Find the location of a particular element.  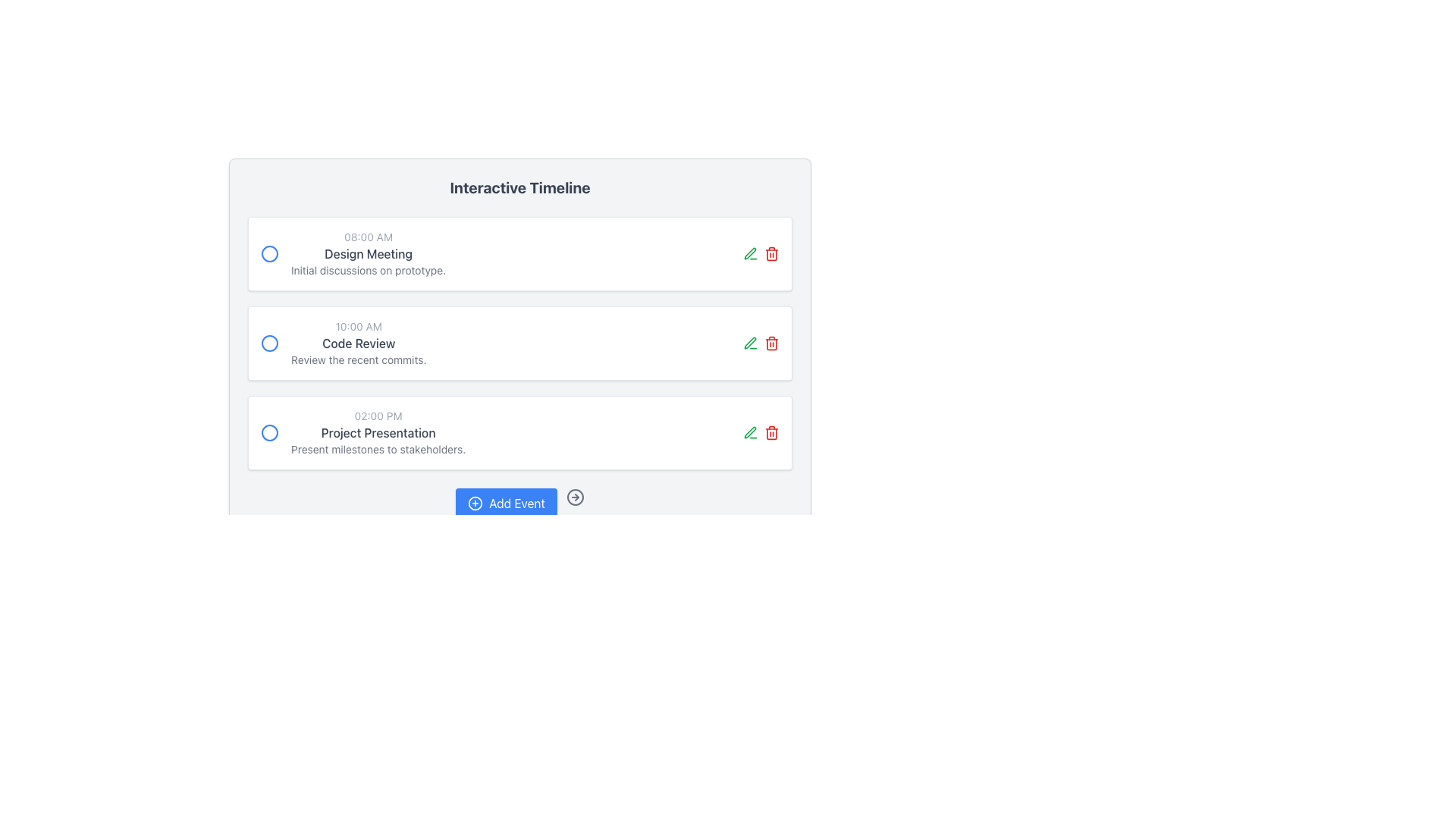

the green pencil icon next to the 'Code Review' event description is located at coordinates (749, 253).